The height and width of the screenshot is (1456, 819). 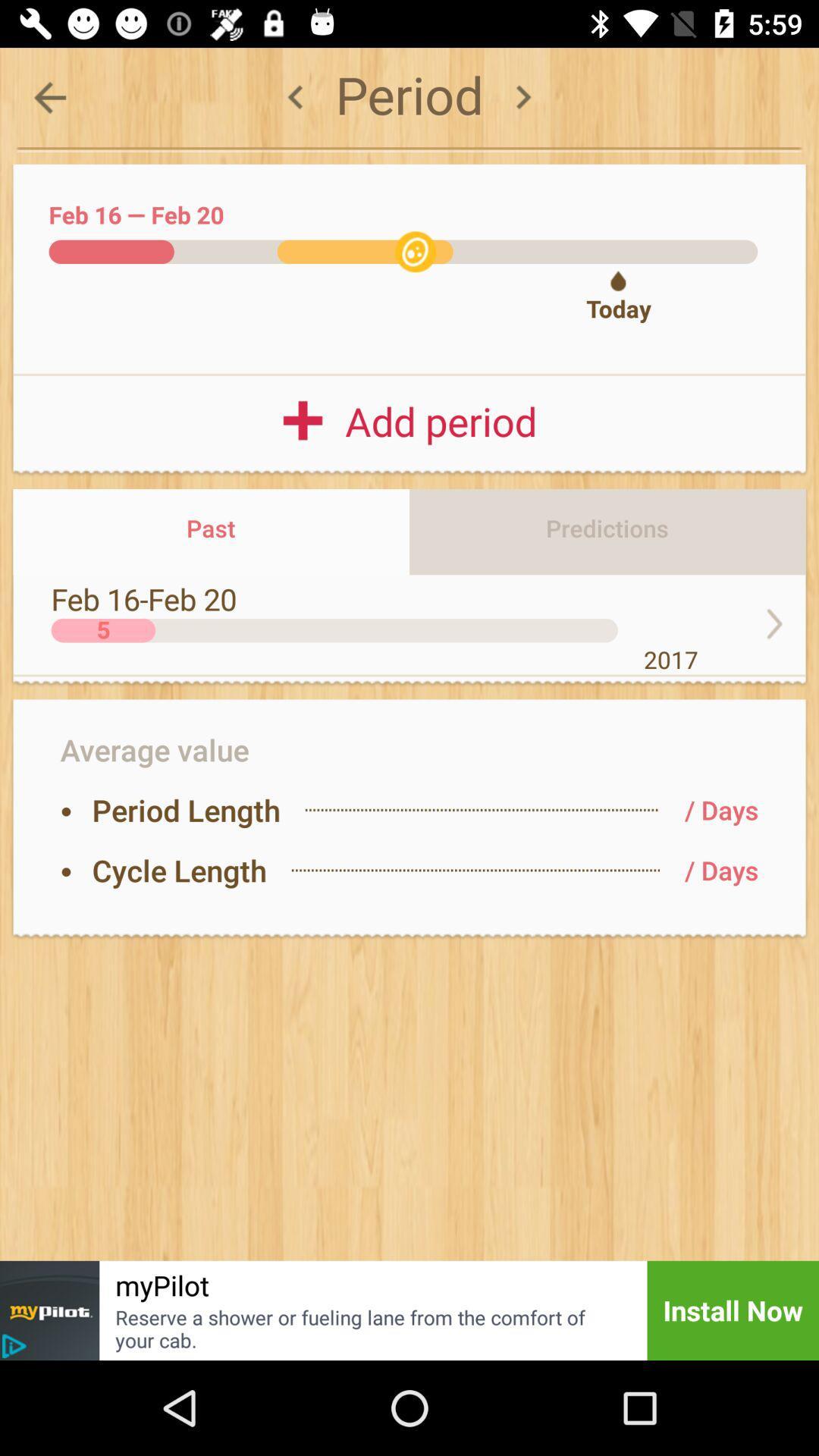 What do you see at coordinates (49, 96) in the screenshot?
I see `the arrow_backward icon` at bounding box center [49, 96].